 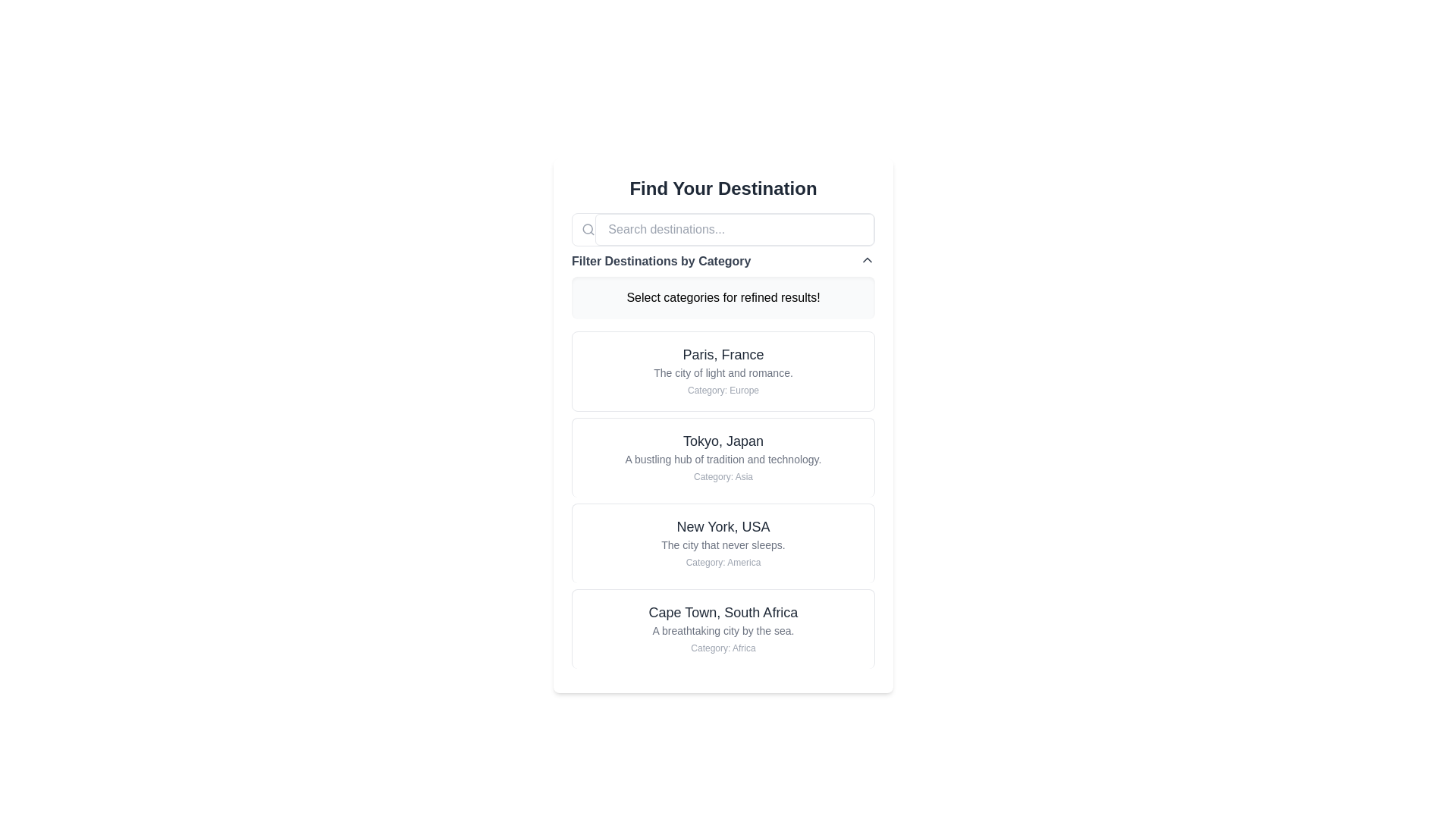 What do you see at coordinates (723, 298) in the screenshot?
I see `the textual prompt that provides guidance for the category selection feature, positioned below the 'Filter Destinations by Category' header` at bounding box center [723, 298].